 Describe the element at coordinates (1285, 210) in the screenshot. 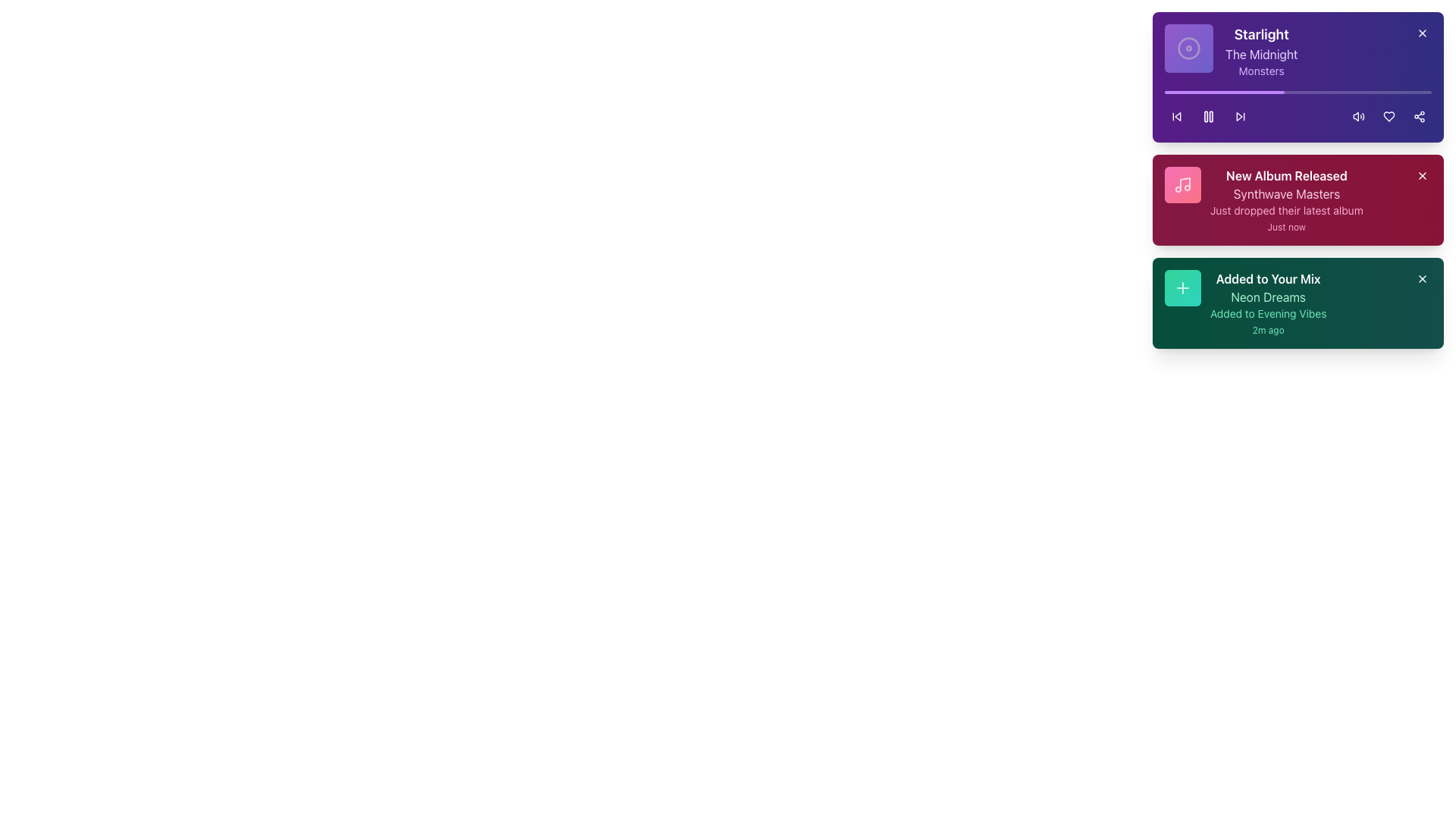

I see `the Text label displaying 'Just dropped their latest album' in light pink, positioned below 'Synthwave Masters' and above 'Just now'` at that location.